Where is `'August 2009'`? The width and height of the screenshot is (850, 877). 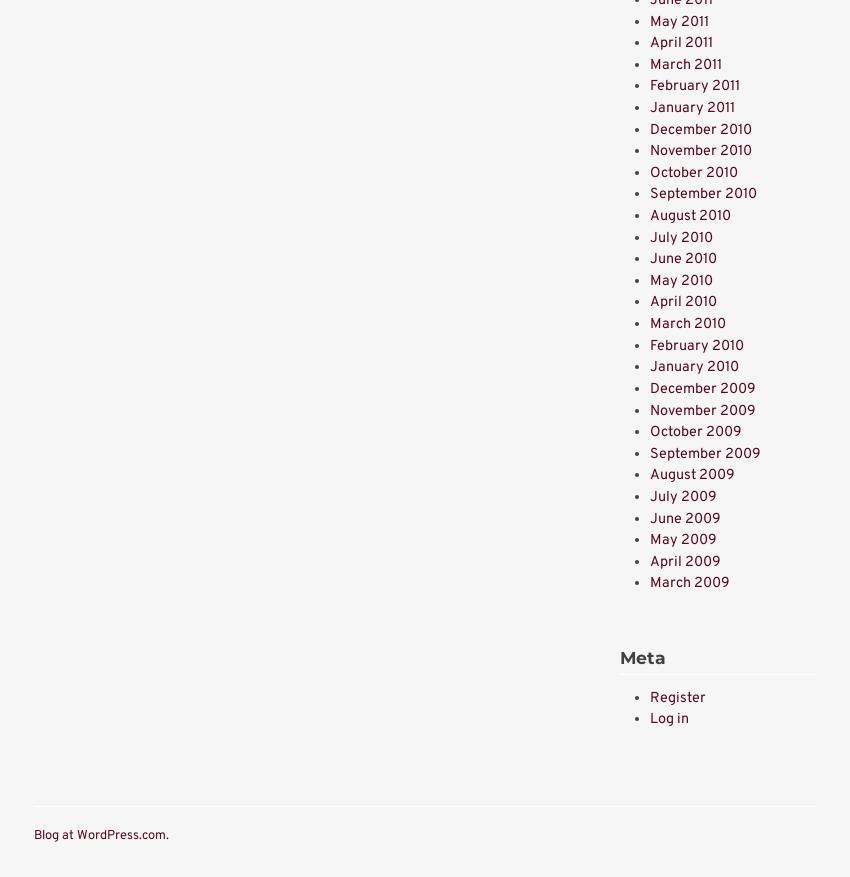 'August 2009' is located at coordinates (691, 475).